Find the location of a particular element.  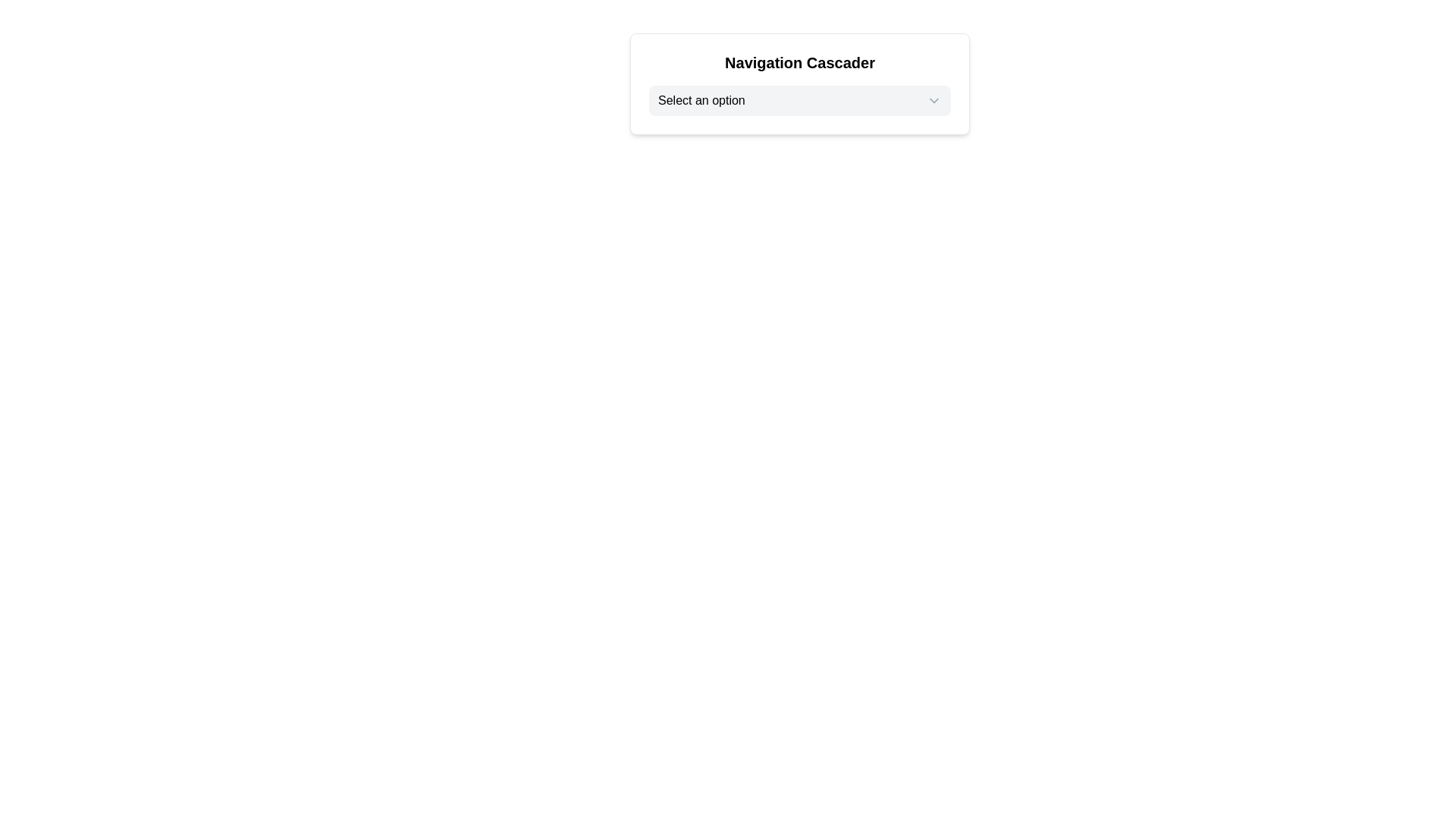

the downwards chevron icon located at the right end inside the input field of the dropdown selection interface is located at coordinates (934, 100).